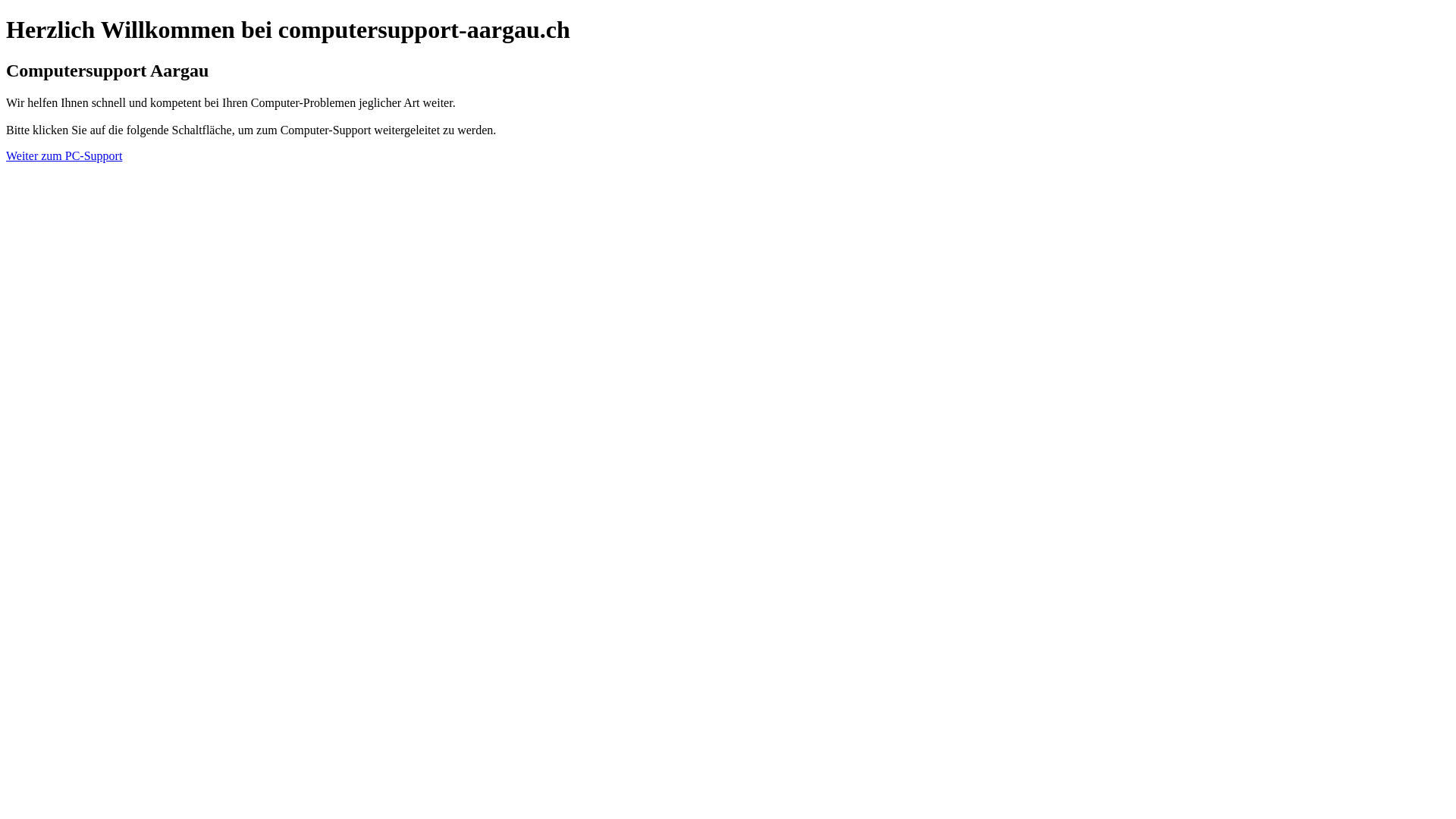  Describe the element at coordinates (63, 155) in the screenshot. I see `'Weiter zum PC-Support'` at that location.